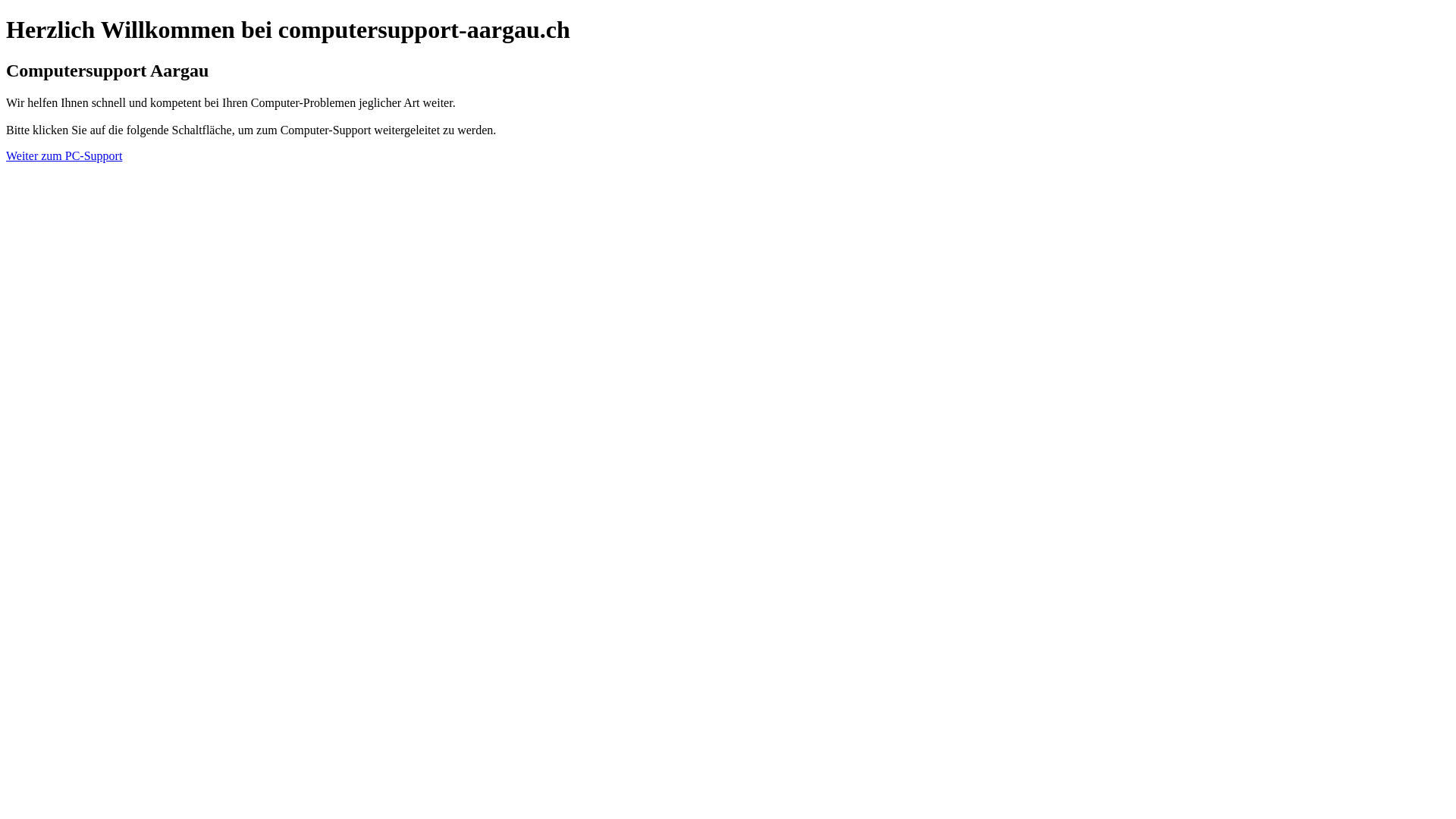  Describe the element at coordinates (63, 155) in the screenshot. I see `'Weiter zum PC-Support'` at that location.